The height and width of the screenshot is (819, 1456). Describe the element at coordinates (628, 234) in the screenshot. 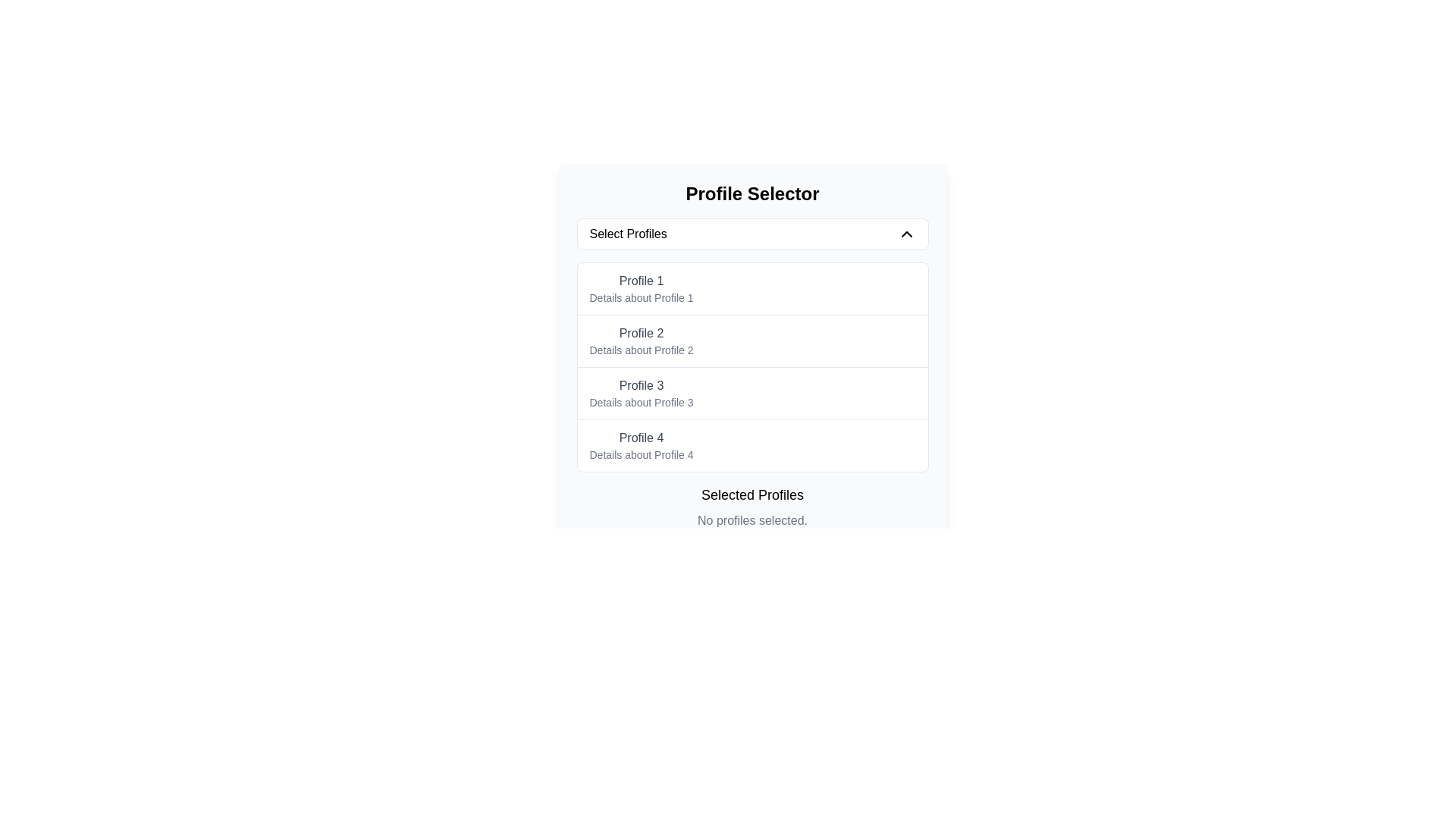

I see `text content of the 'Select Profiles' label located at the upper left corner of the dropdown control` at that location.